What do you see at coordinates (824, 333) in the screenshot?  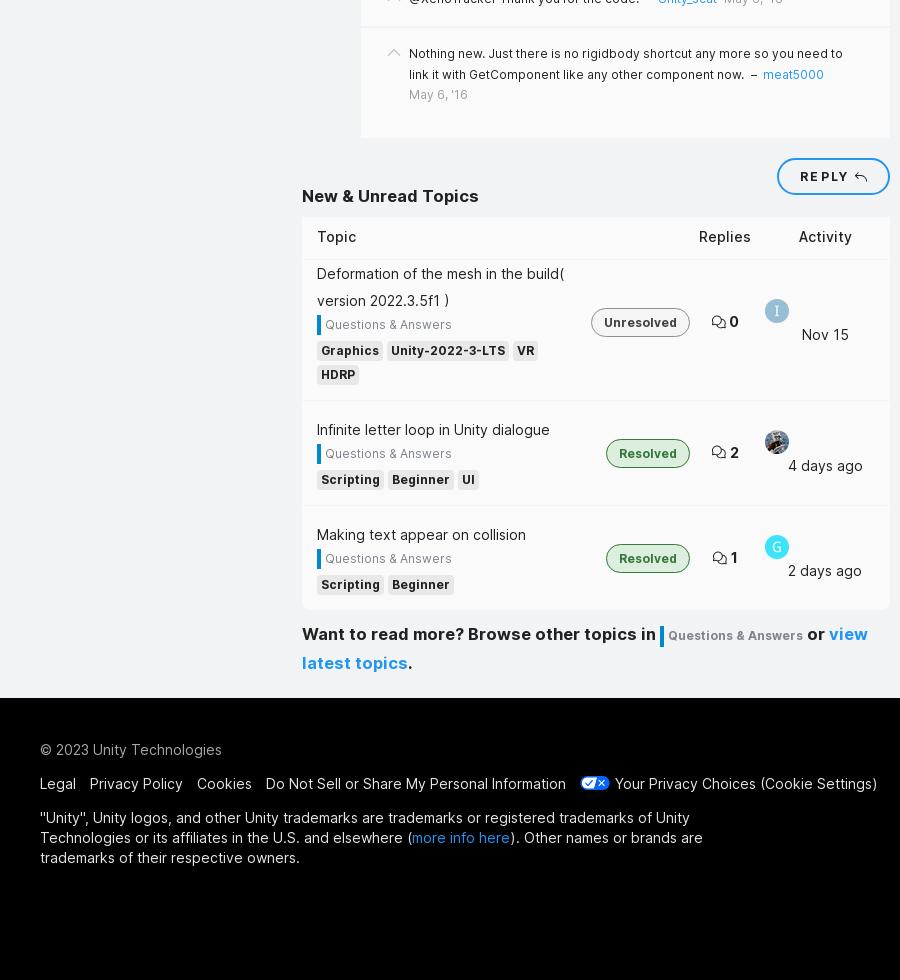 I see `'Nov 15'` at bounding box center [824, 333].